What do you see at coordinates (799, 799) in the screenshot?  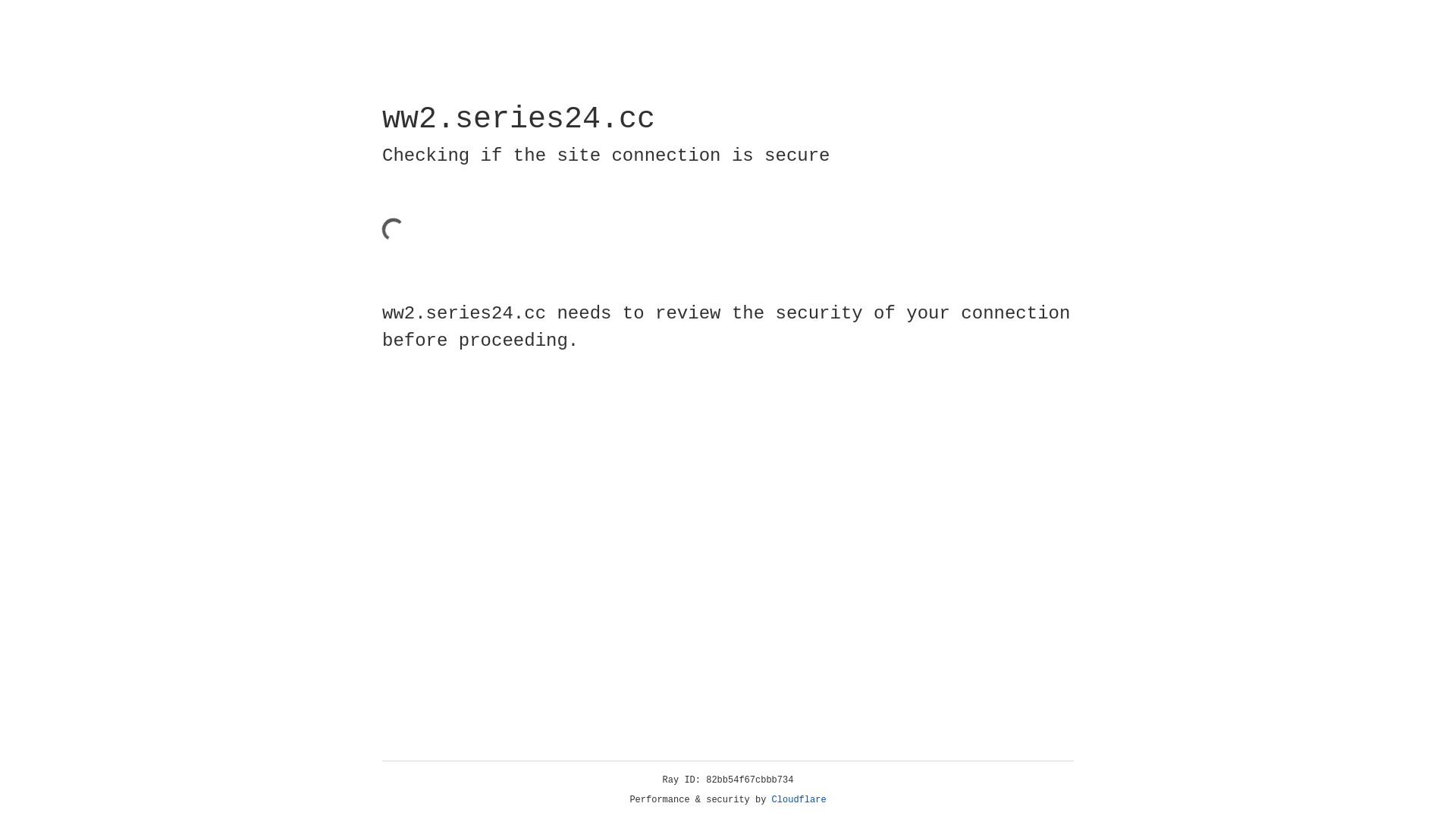 I see `'Cloudflare'` at bounding box center [799, 799].